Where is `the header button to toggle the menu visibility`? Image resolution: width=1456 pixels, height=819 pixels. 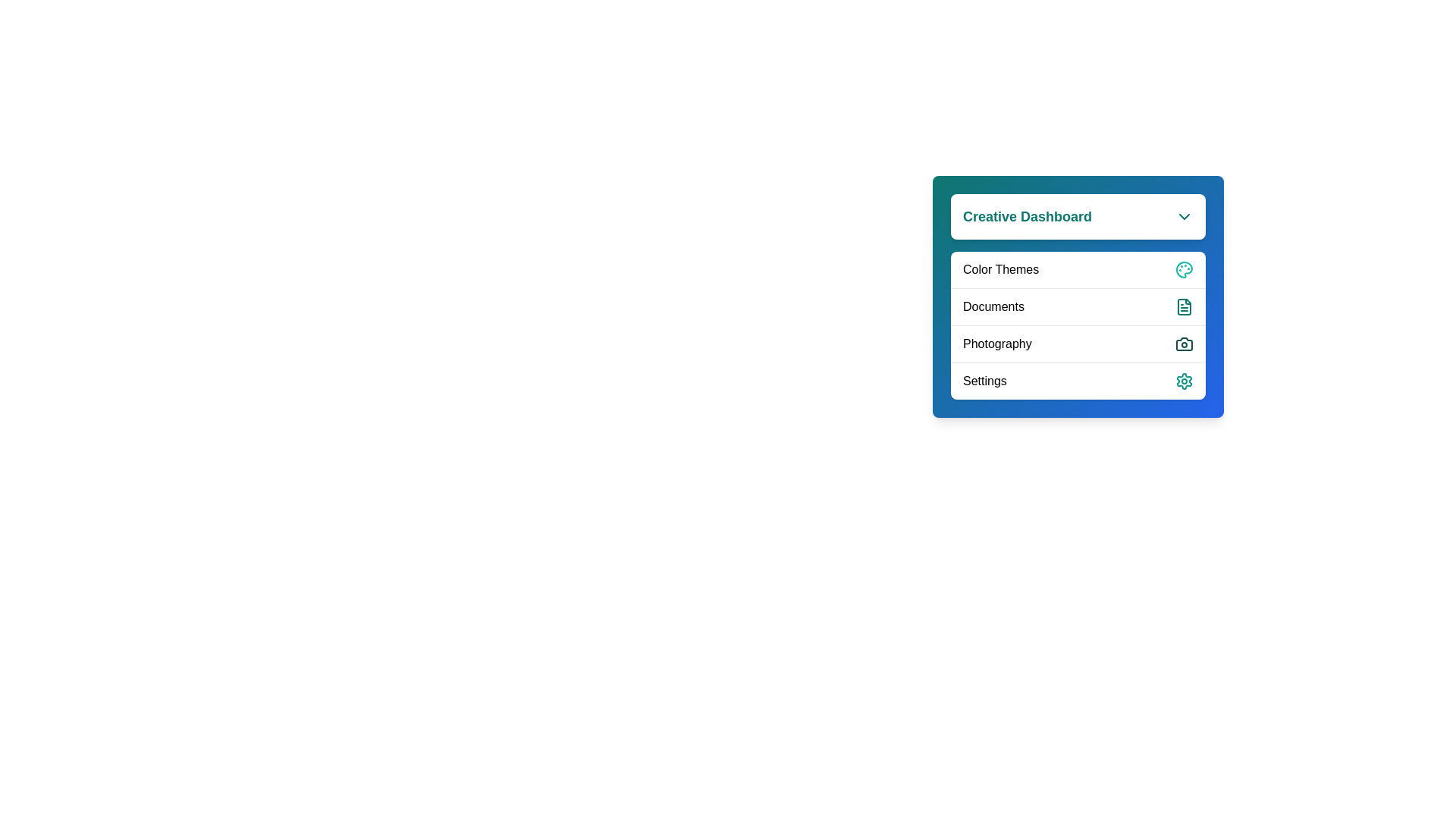 the header button to toggle the menu visibility is located at coordinates (1077, 216).